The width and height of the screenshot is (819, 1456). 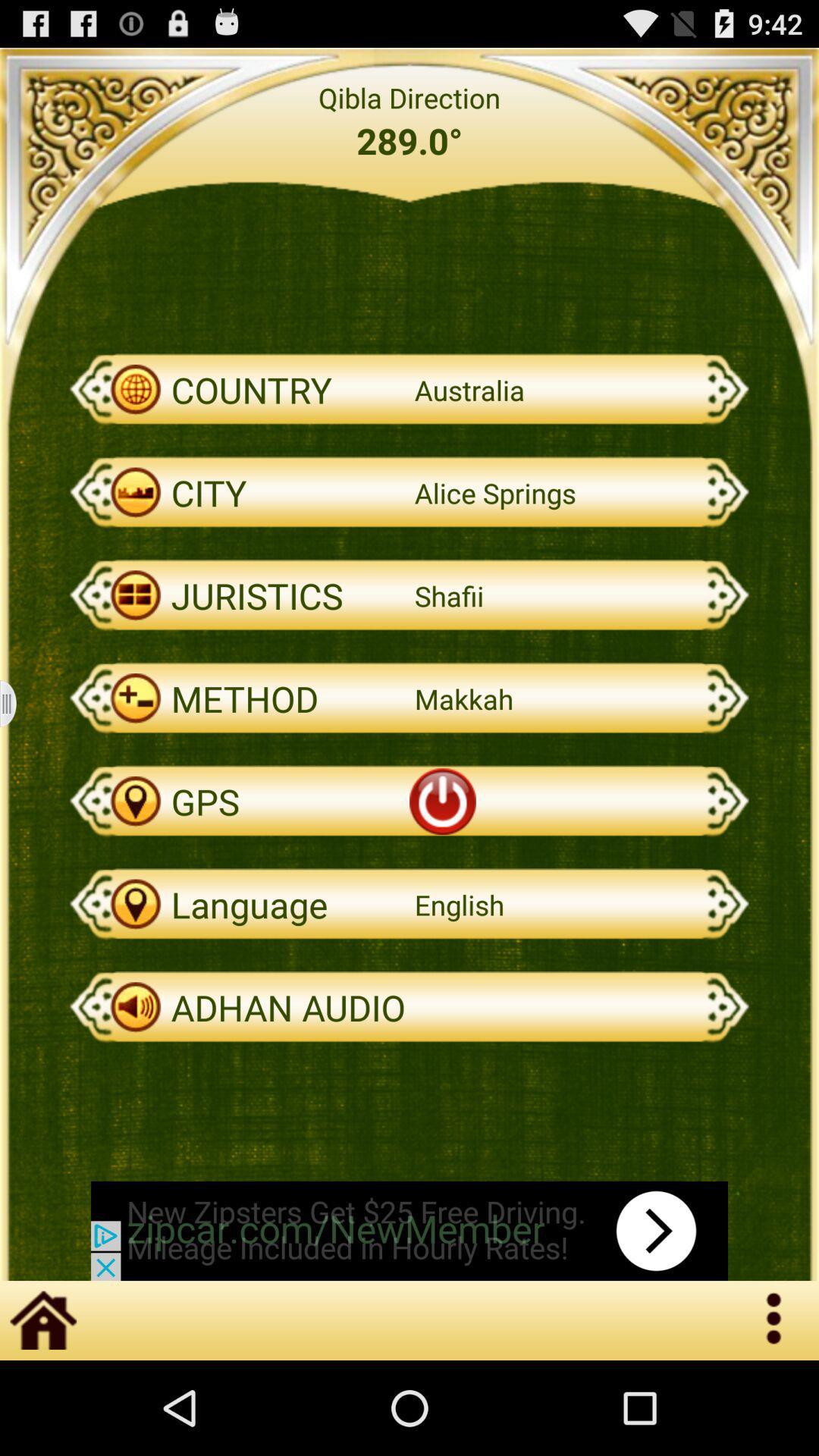 I want to click on go back, so click(x=17, y=703).